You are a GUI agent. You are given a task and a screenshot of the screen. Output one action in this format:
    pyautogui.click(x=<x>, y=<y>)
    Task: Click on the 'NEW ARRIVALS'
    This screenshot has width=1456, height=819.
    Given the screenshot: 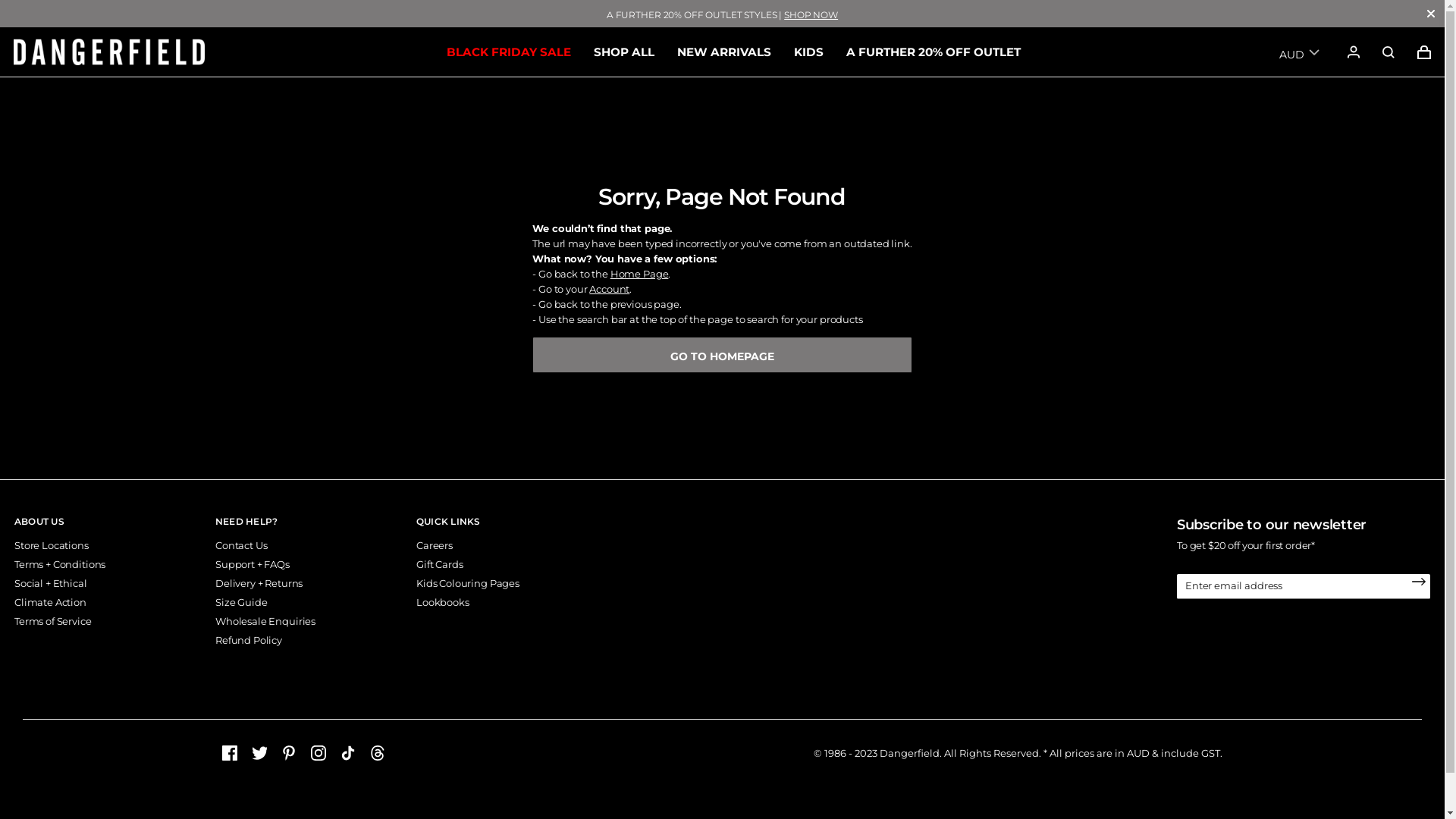 What is the action you would take?
    pyautogui.click(x=723, y=51)
    